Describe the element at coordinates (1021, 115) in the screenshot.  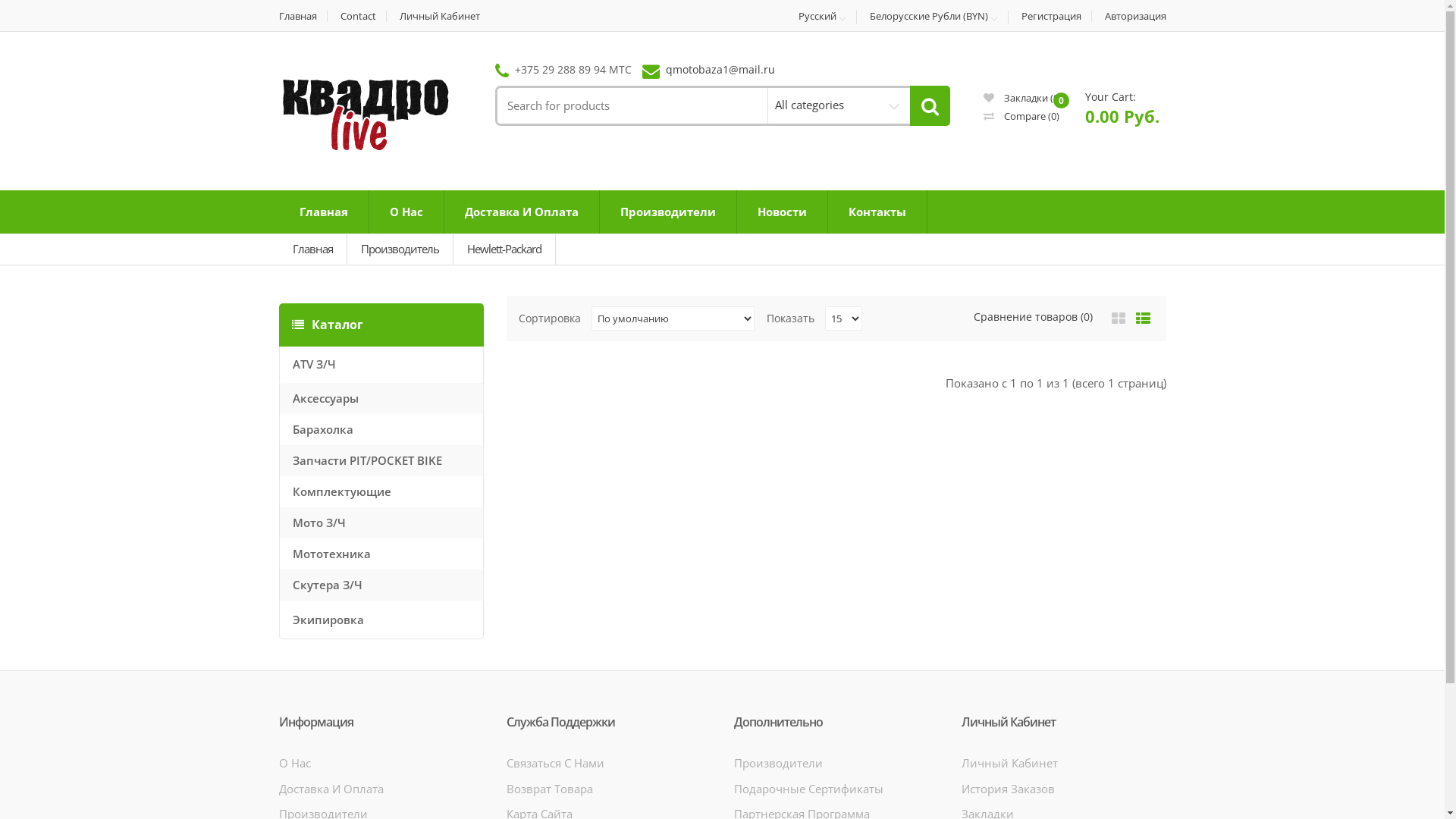
I see `'Compare (0)'` at that location.